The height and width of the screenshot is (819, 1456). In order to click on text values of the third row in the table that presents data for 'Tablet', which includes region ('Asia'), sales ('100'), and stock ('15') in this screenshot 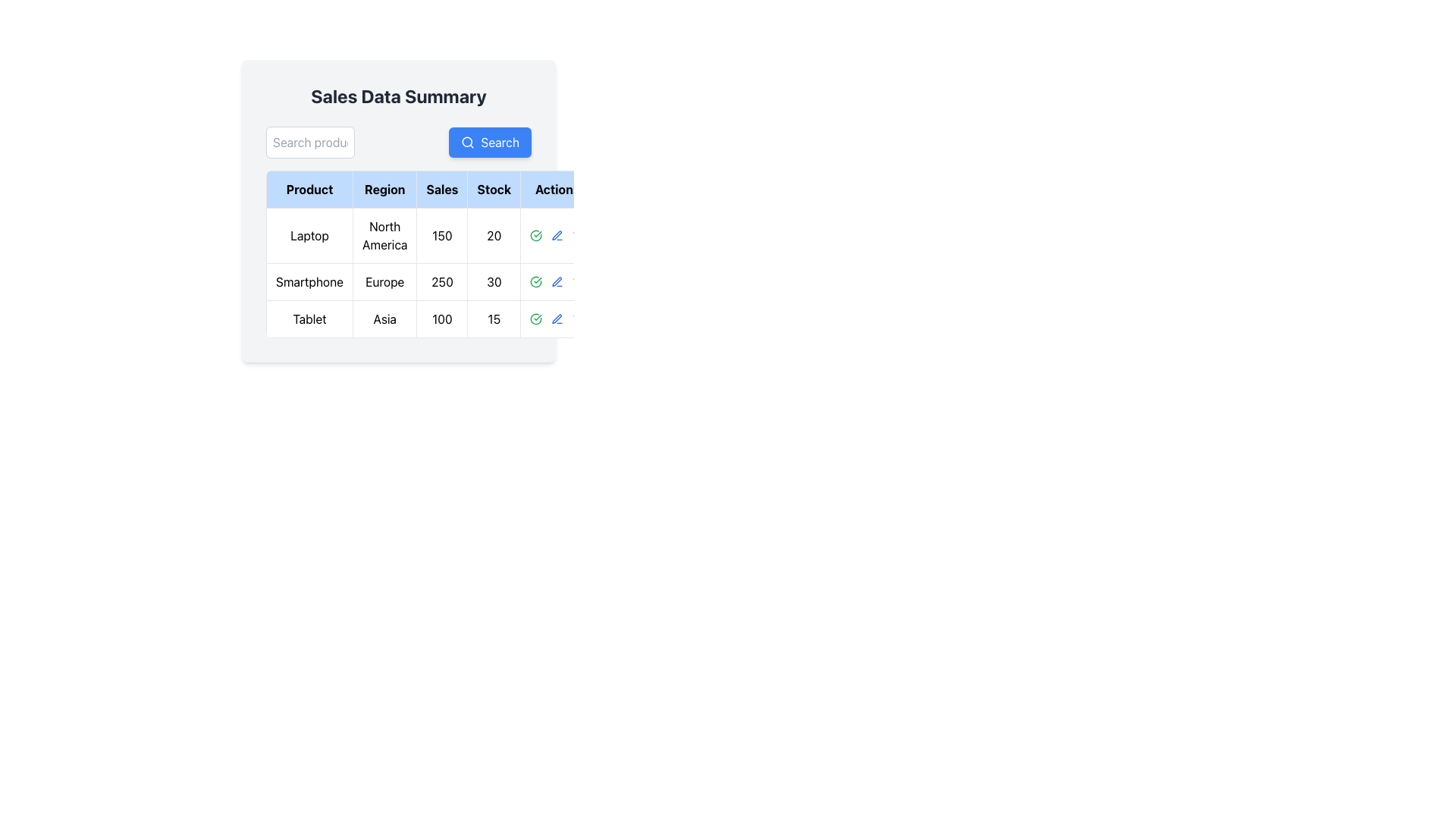, I will do `click(429, 318)`.